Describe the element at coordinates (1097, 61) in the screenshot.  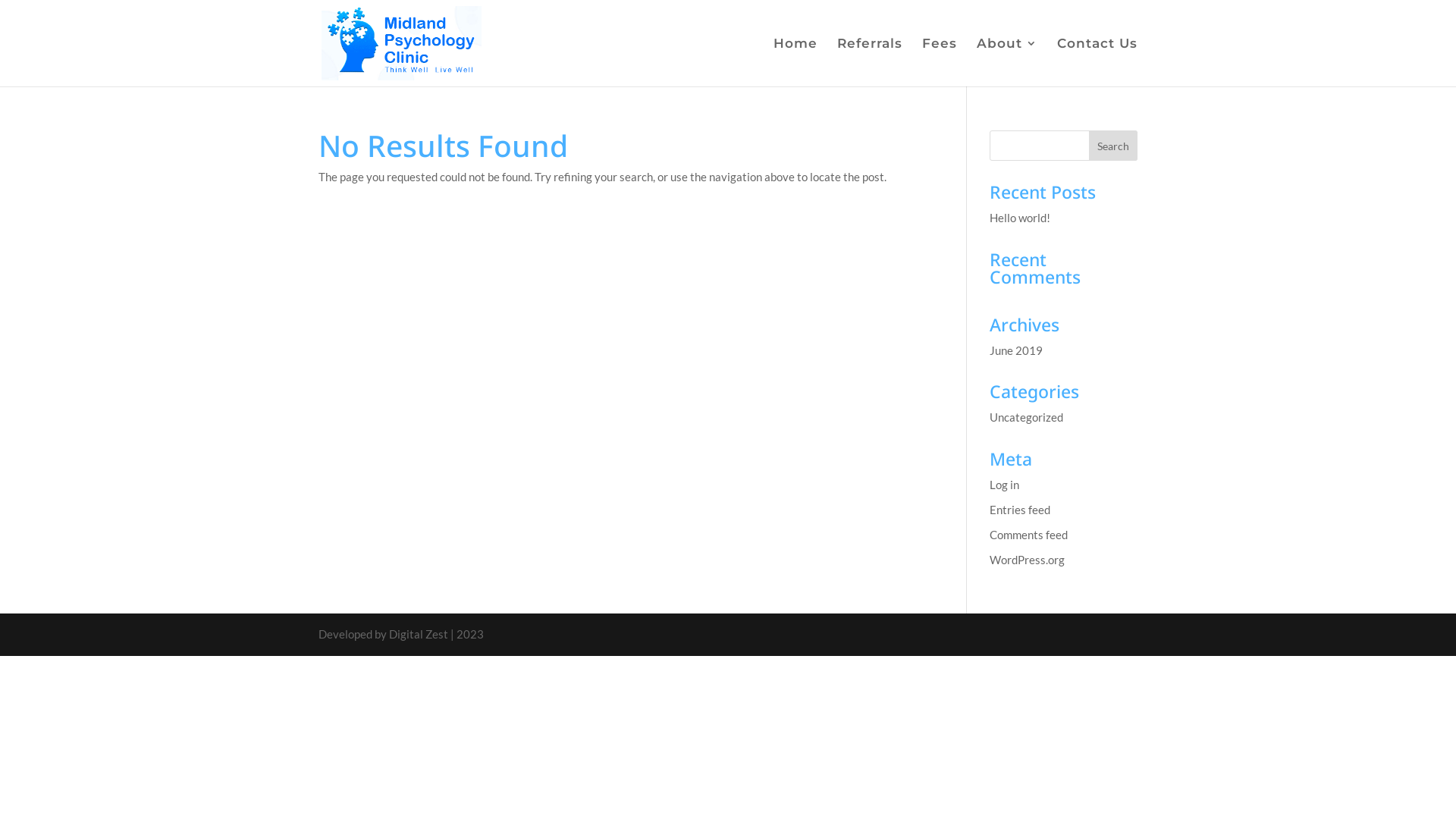
I see `'Contact Us'` at that location.